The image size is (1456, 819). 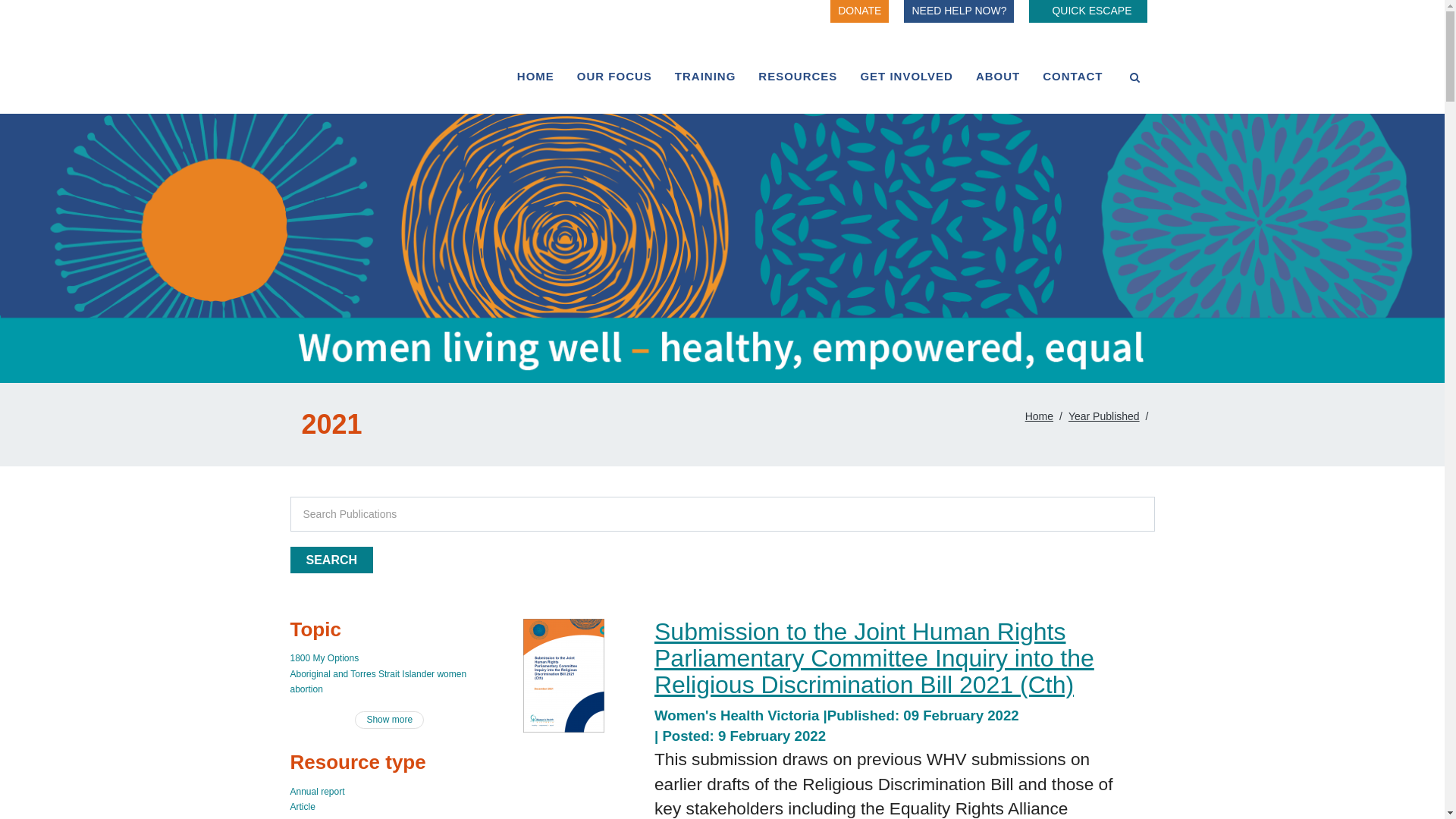 What do you see at coordinates (1038, 416) in the screenshot?
I see `'Home'` at bounding box center [1038, 416].